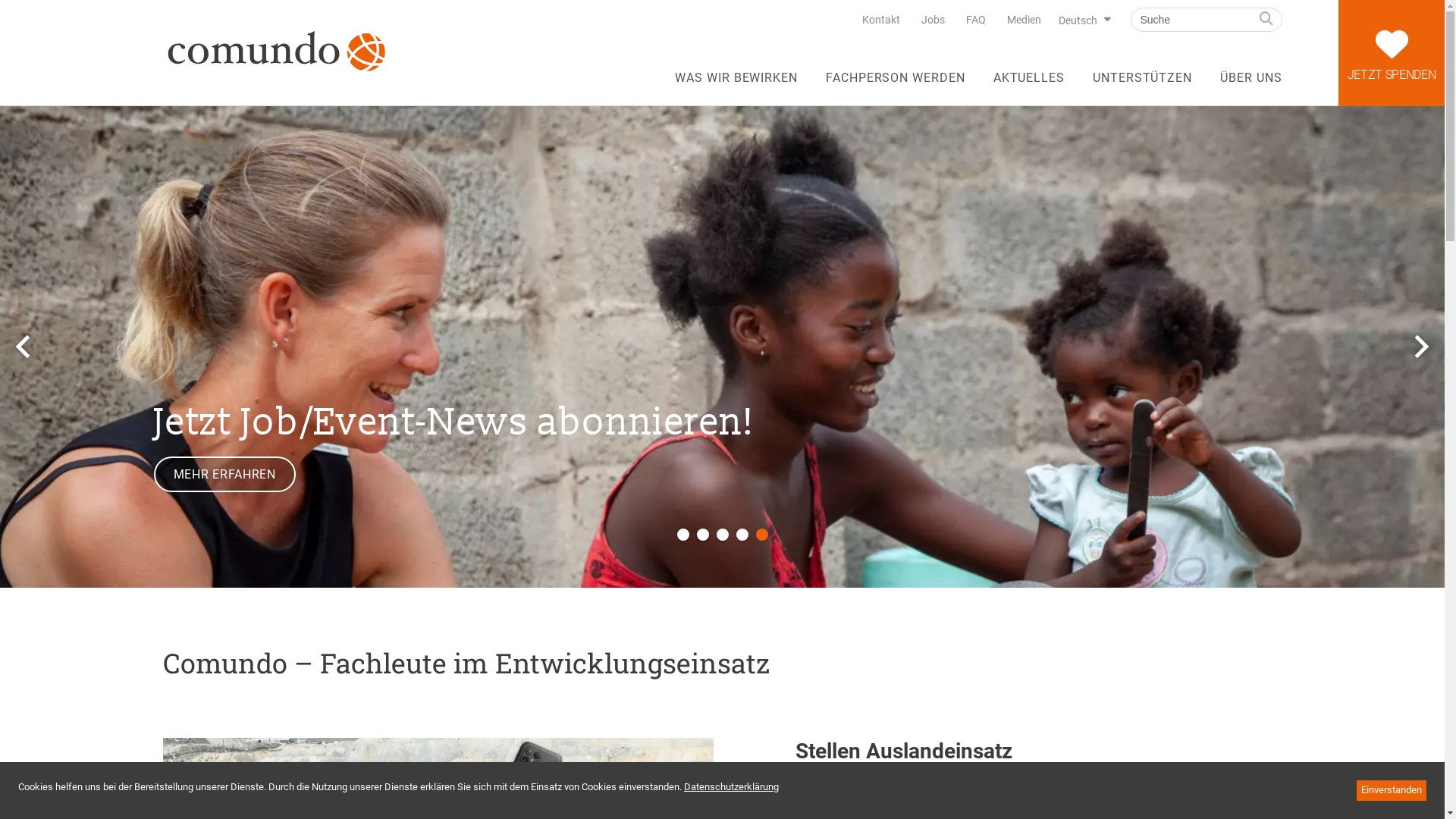  Describe the element at coordinates (22, 346) in the screenshot. I see `'Prev'` at that location.